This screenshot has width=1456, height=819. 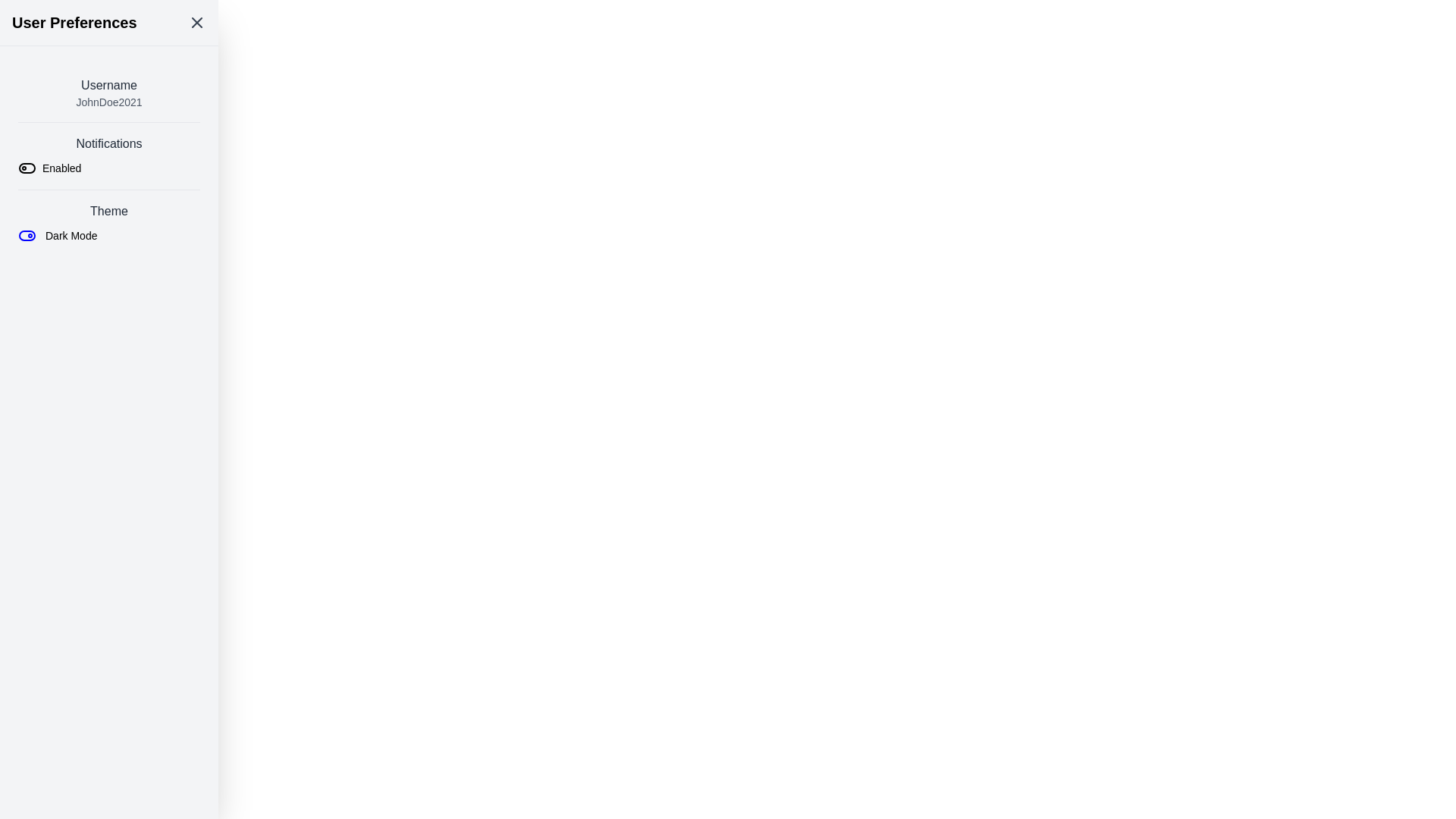 I want to click on 'Enabled' text label in the Notifications section of the User Preferences menu to understand the current state of the toggle, so click(x=61, y=168).